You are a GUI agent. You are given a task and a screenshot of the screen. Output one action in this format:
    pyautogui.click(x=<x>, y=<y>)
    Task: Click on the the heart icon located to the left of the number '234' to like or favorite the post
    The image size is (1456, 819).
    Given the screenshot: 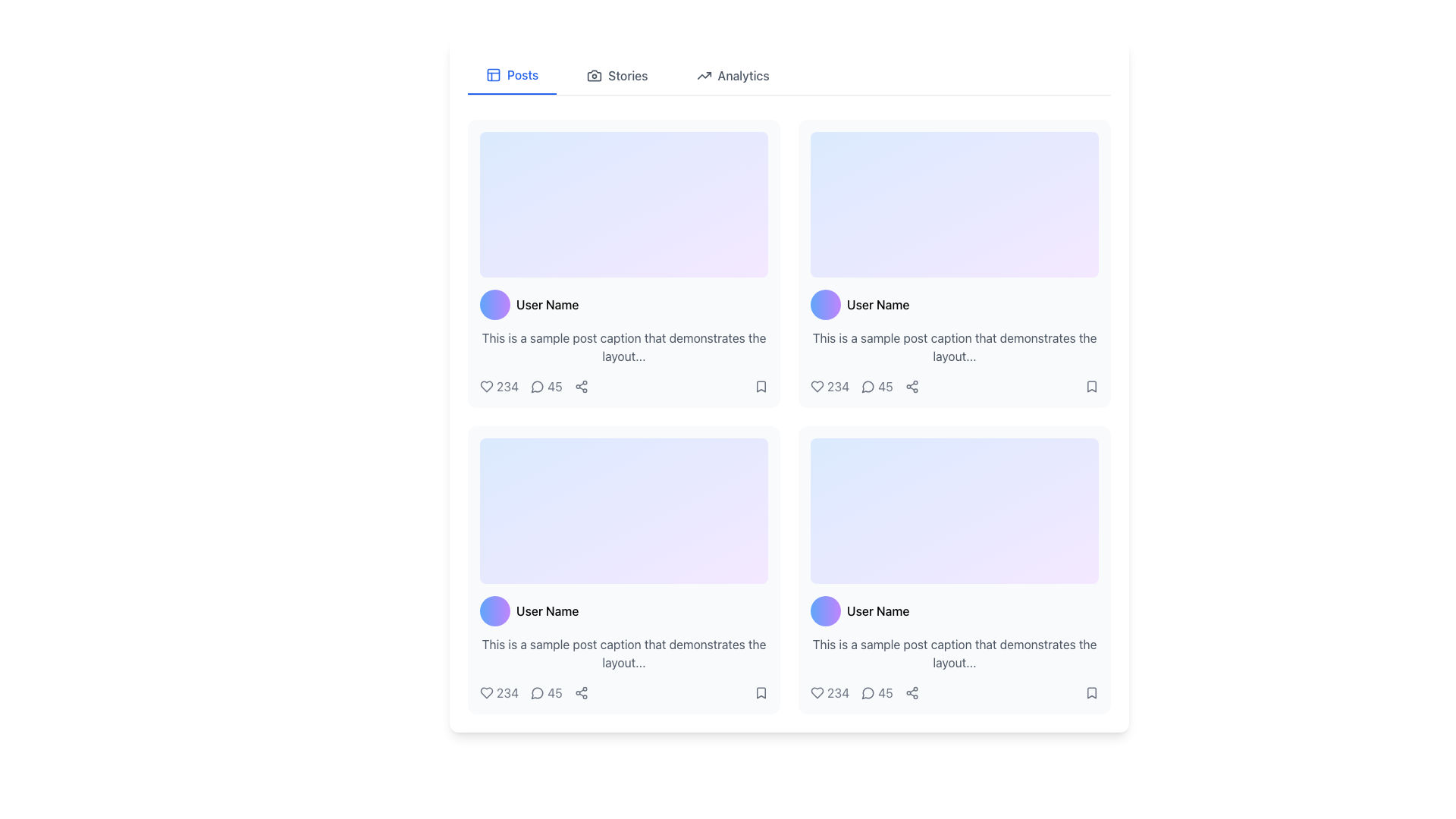 What is the action you would take?
    pyautogui.click(x=487, y=385)
    